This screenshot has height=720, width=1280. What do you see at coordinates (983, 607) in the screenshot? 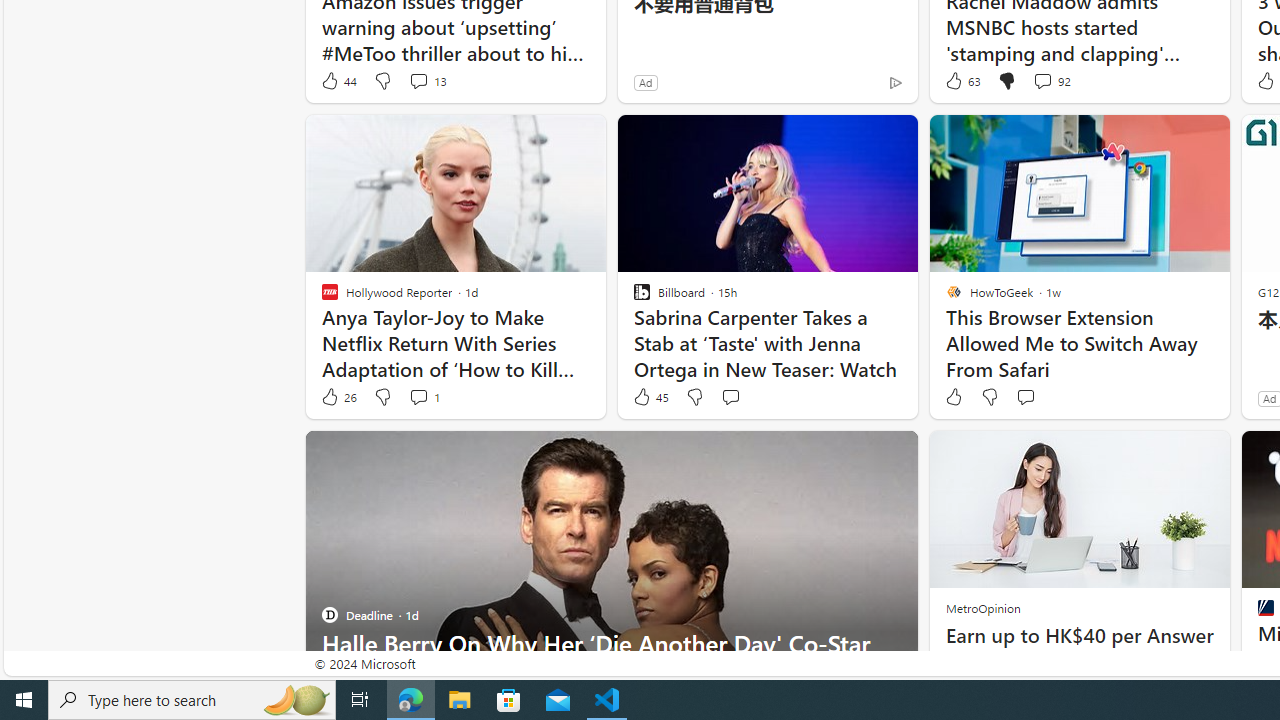
I see `'MetroOpinion'` at bounding box center [983, 607].